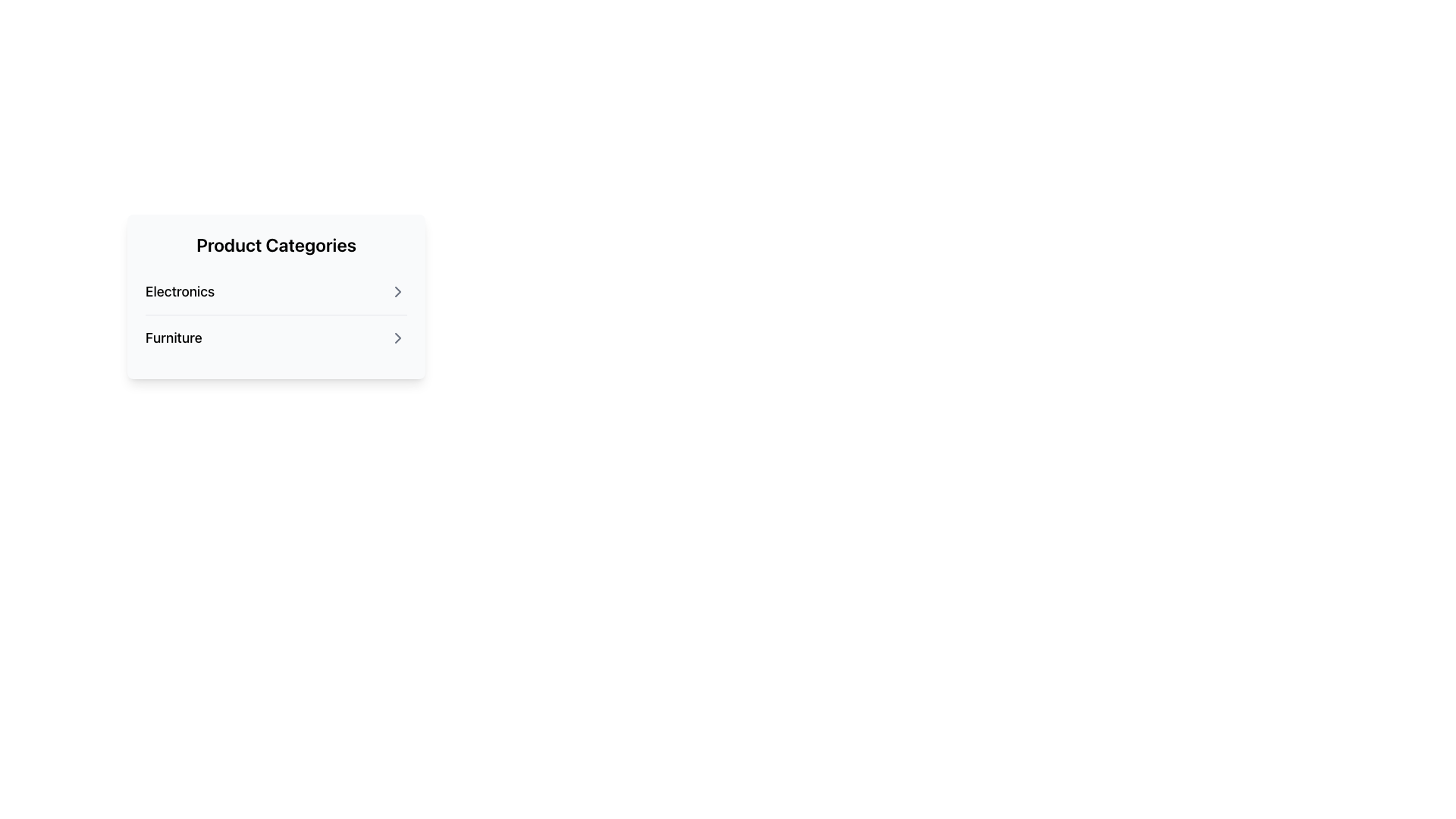 The height and width of the screenshot is (819, 1456). Describe the element at coordinates (397, 337) in the screenshot. I see `the right-facing gray arrow icon button located to the far right of the 'Furniture' text in the 'Product Categories' section` at that location.